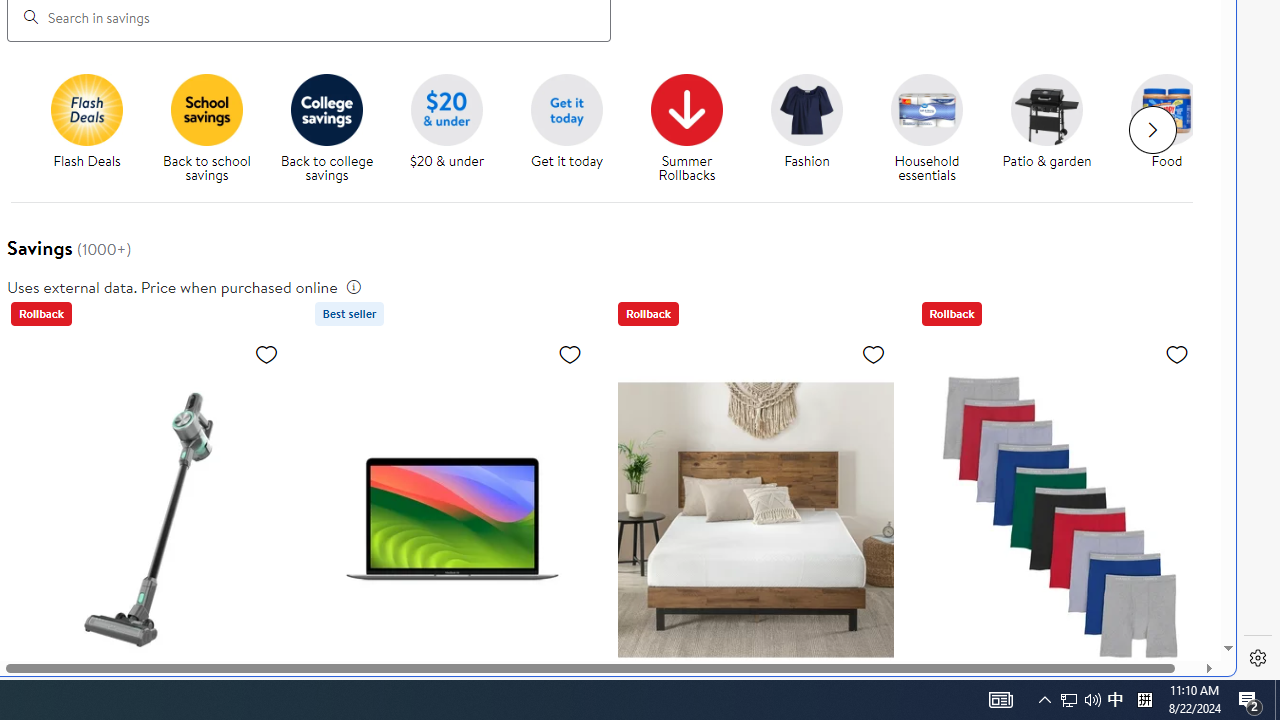  I want to click on 'Fashion Fashion', so click(807, 122).